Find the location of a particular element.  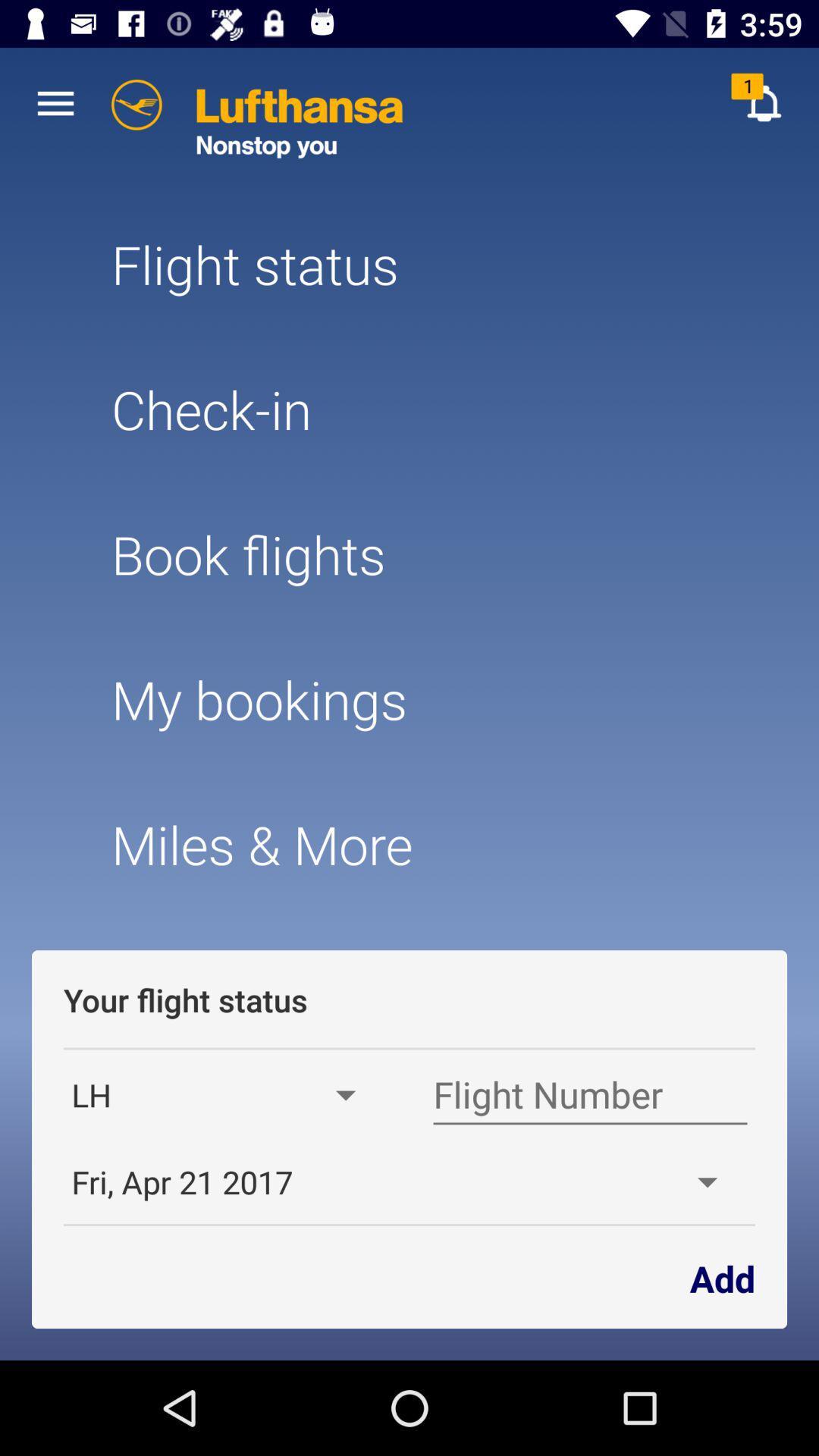

book flights is located at coordinates (409, 554).